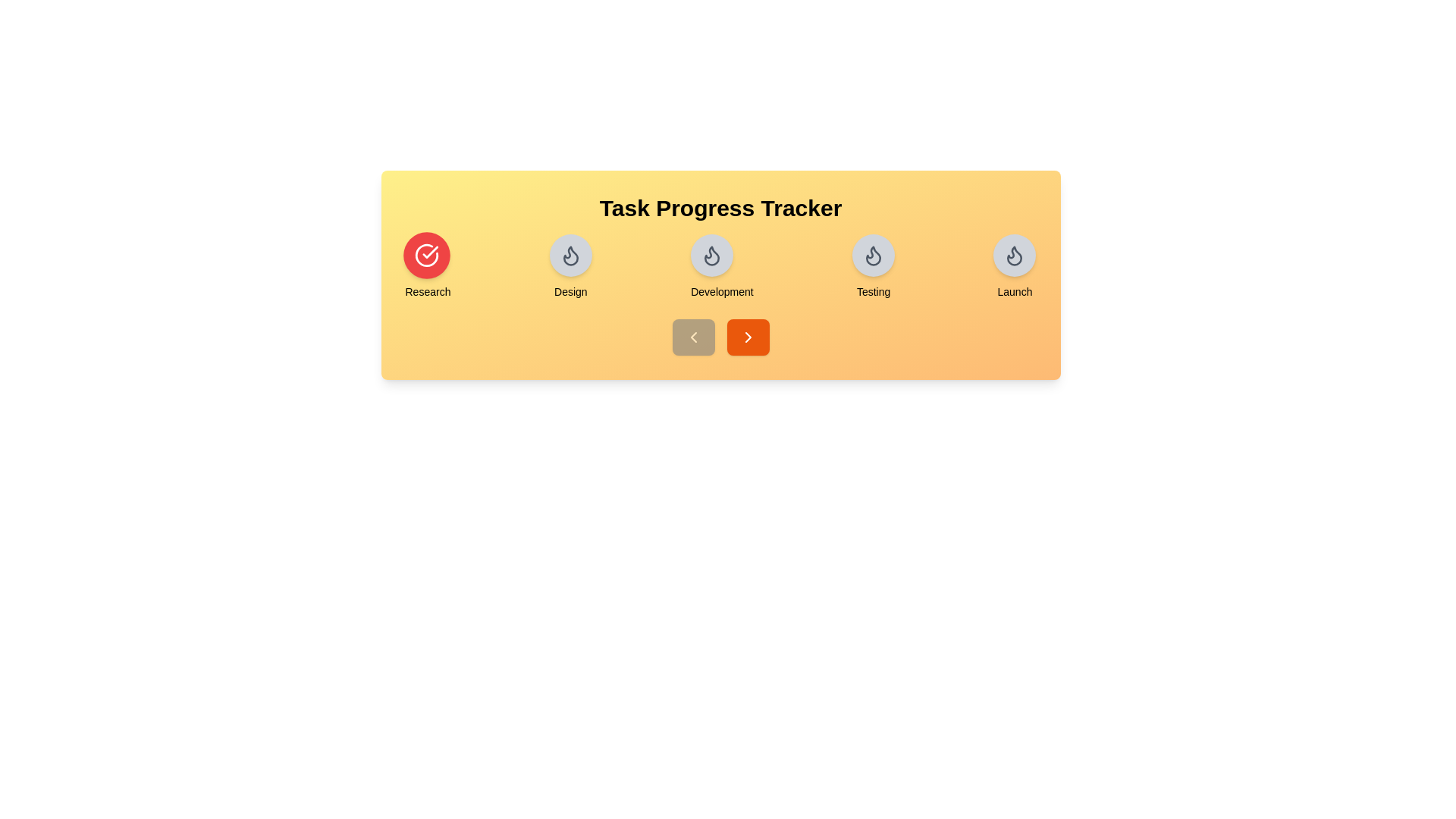 This screenshot has height=819, width=1456. I want to click on the text label displaying 'Development' which is located below the flame icon in the task progress tracker interface, so click(721, 292).